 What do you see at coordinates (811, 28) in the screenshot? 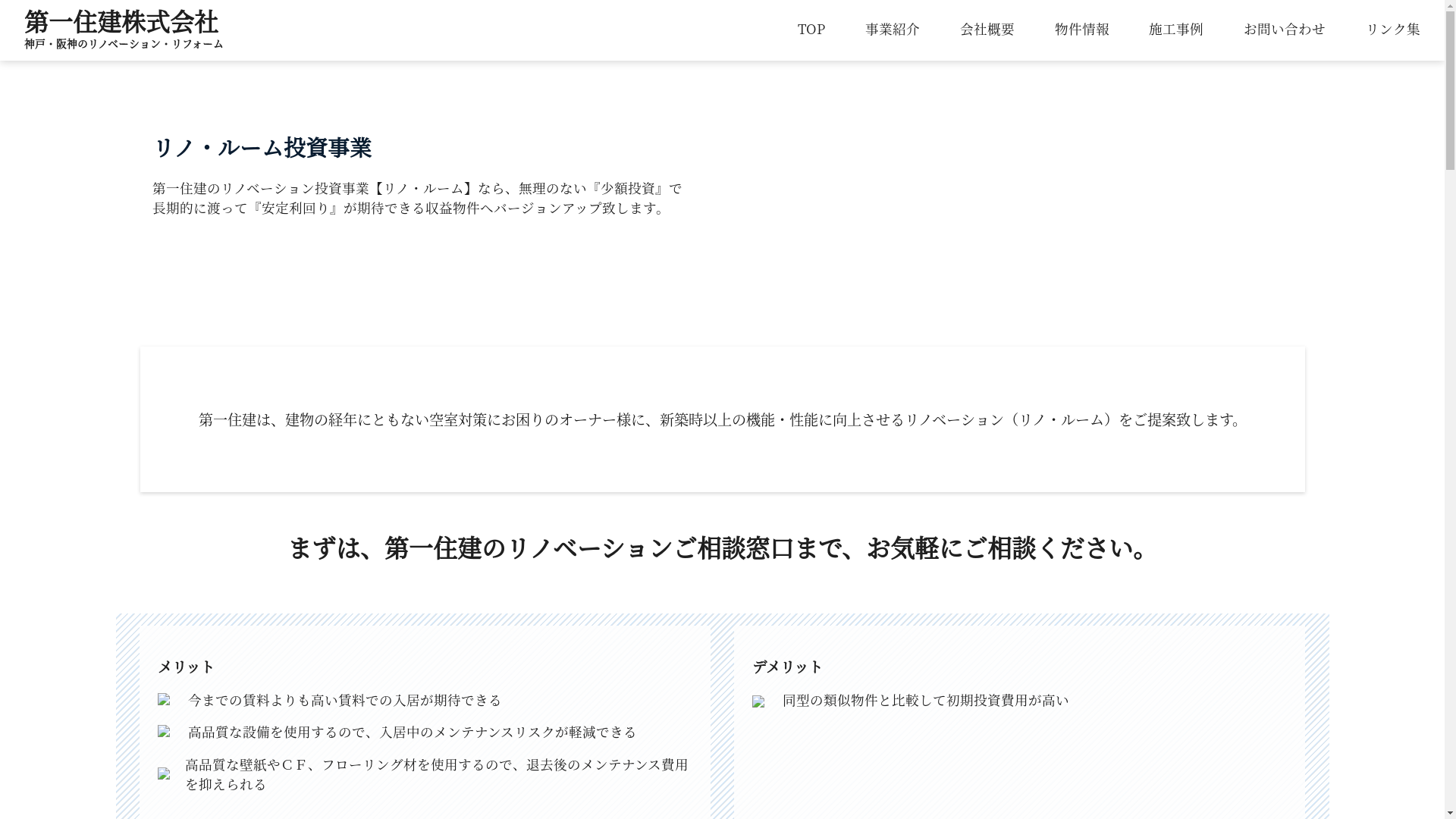
I see `'TOP'` at bounding box center [811, 28].